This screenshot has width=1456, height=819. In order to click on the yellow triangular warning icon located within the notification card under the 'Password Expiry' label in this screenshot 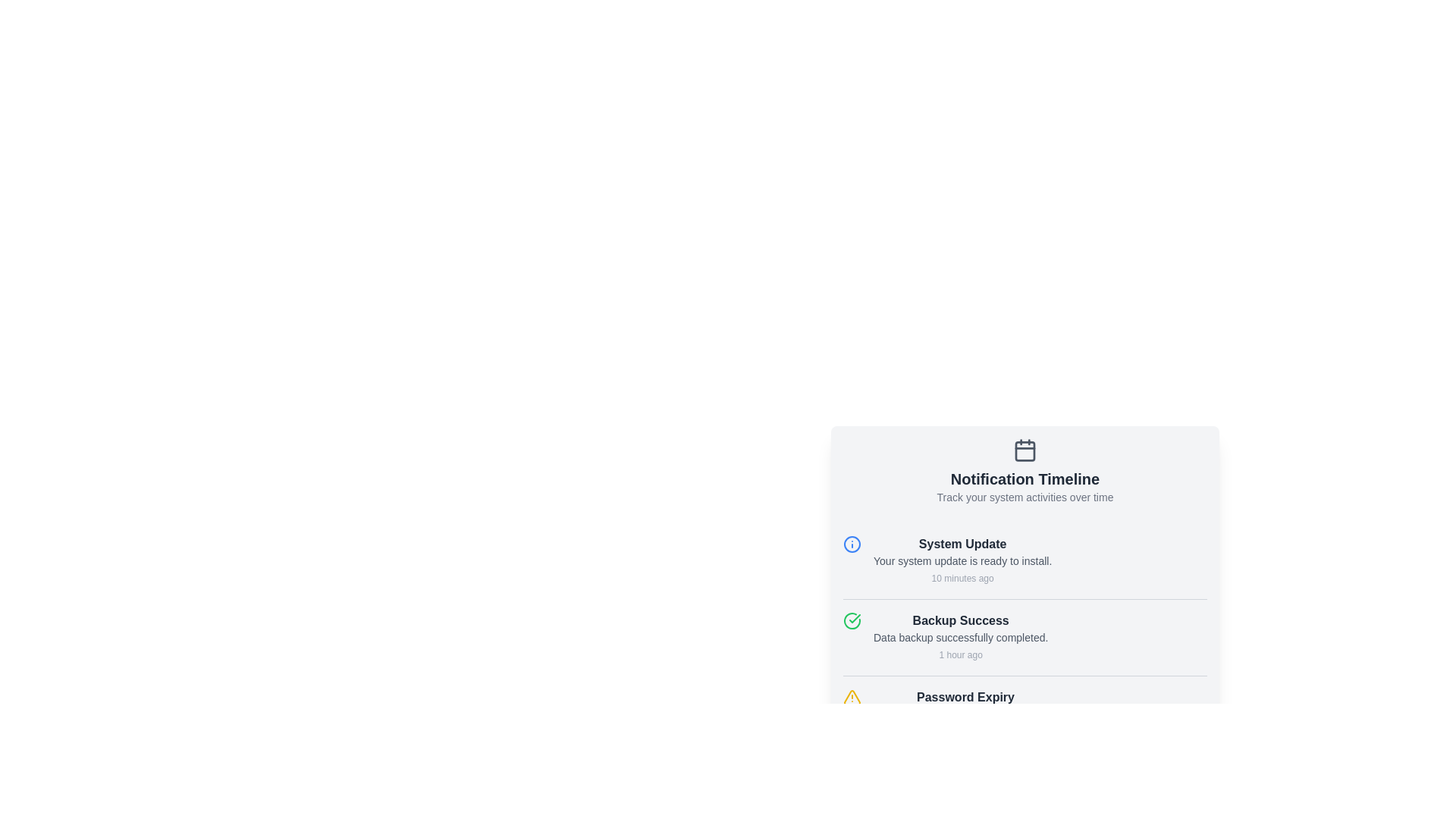, I will do `click(852, 697)`.